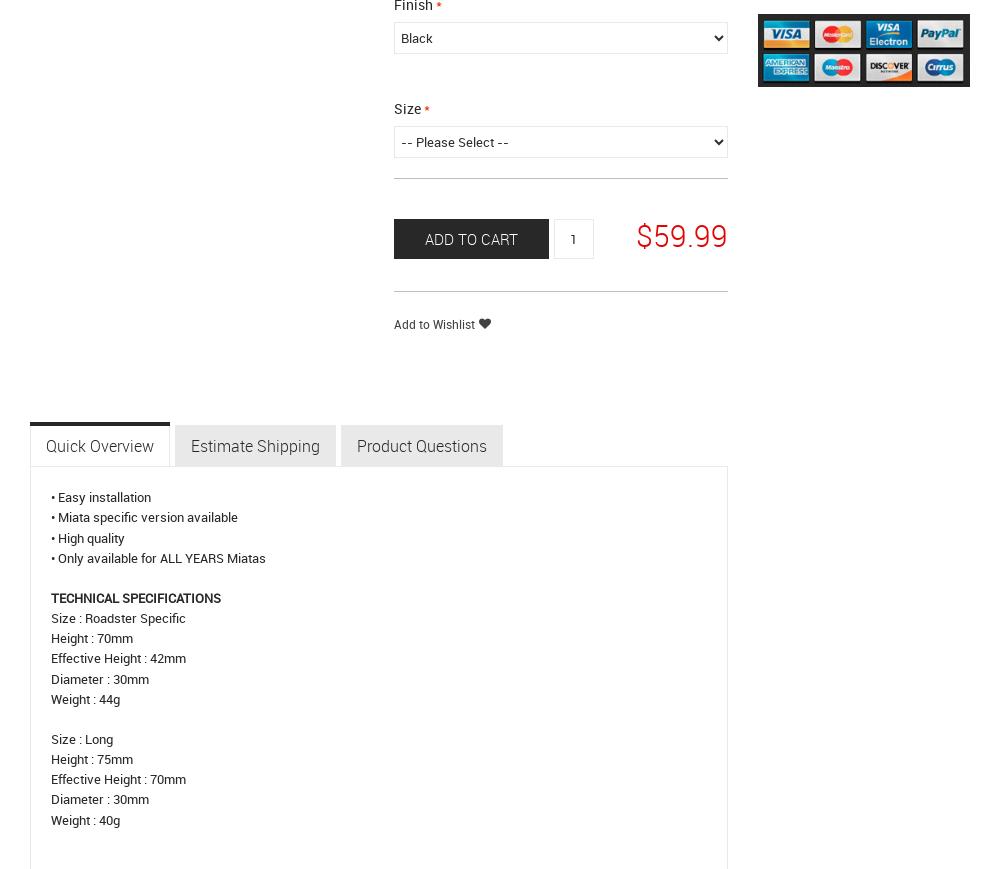  I want to click on 'Weight : 44g', so click(84, 697).